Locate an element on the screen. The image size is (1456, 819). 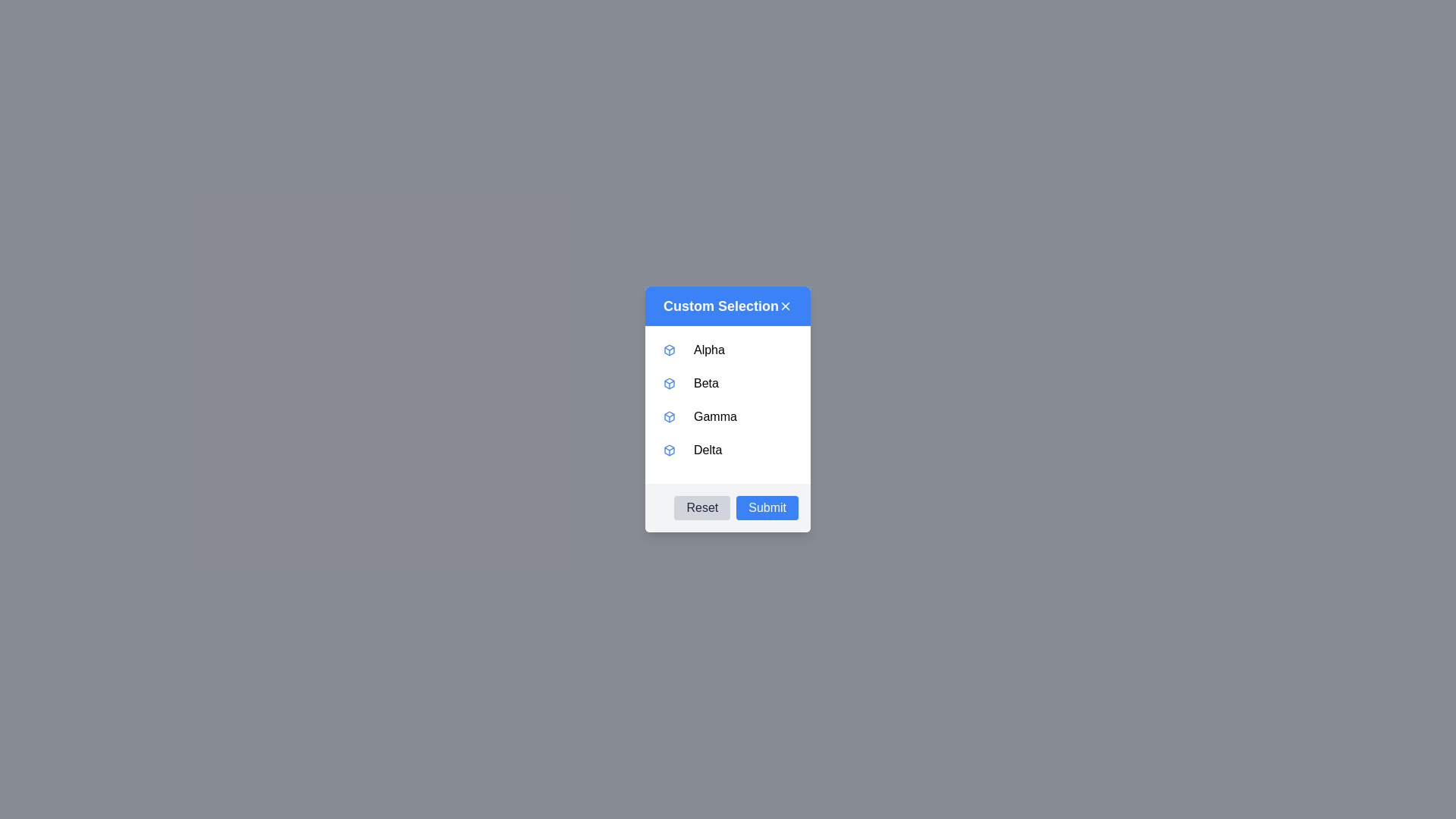
the second icon in the vertical list next to the 'Beta' text in the 'Custom Selection' modal is located at coordinates (669, 382).